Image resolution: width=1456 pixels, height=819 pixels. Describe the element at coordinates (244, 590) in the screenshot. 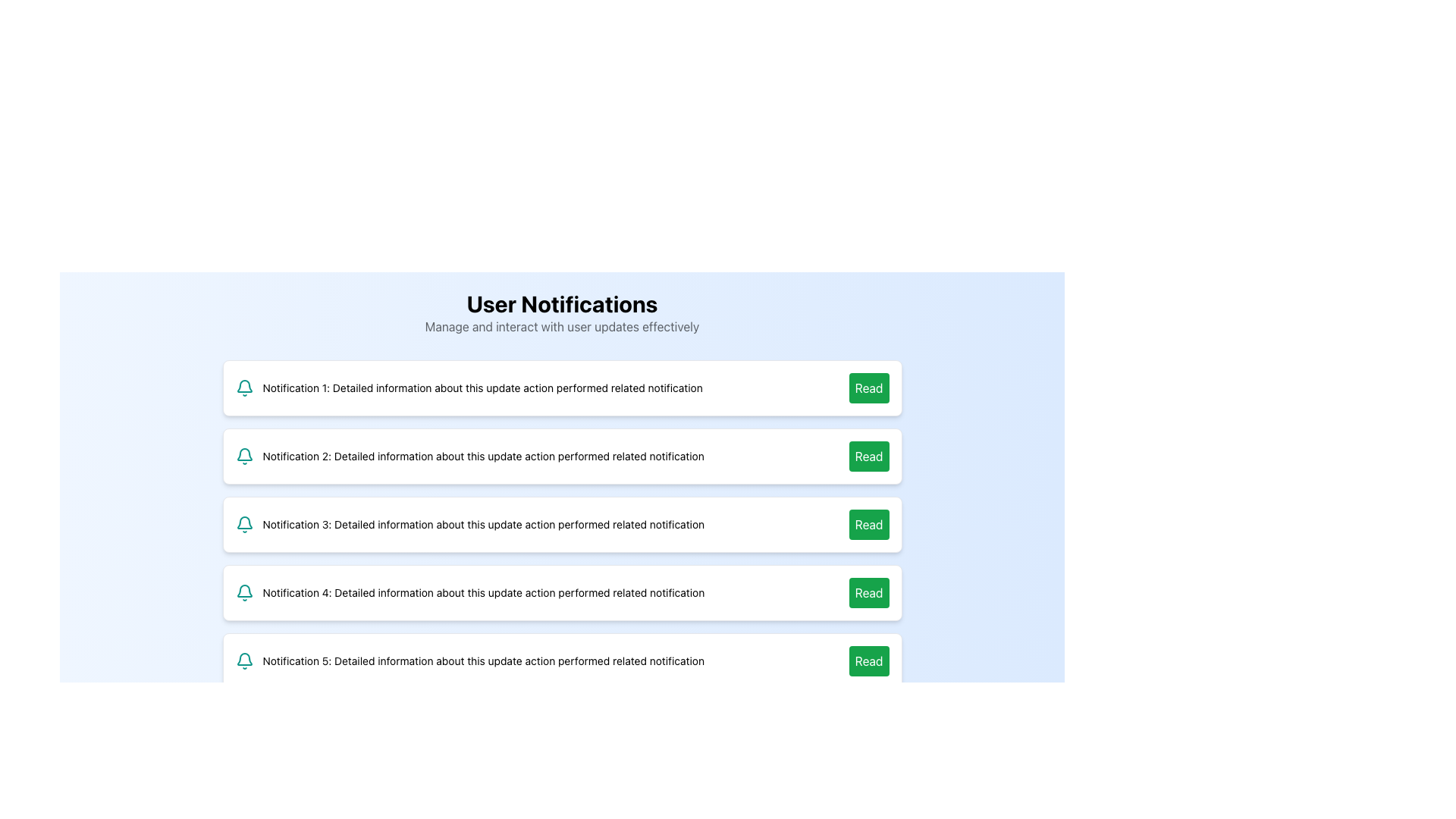

I see `the notification bell icon, which is a teal-colored SVG located near the top-left corner of the notification items section` at that location.